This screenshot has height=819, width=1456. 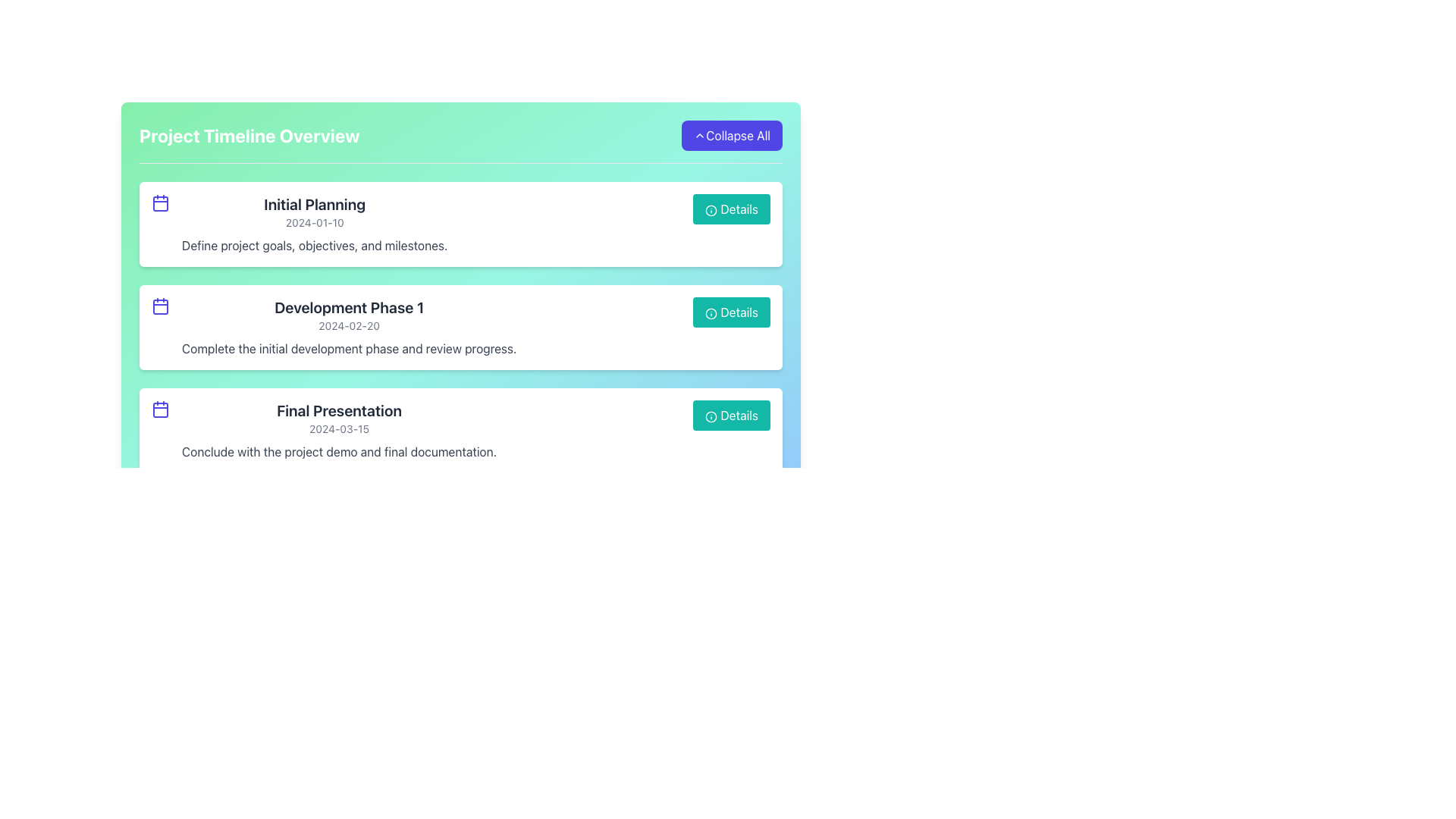 I want to click on the text block containing the title 'Final Presentation', the date '2024-03-15', and the description 'Conclude with the project demo and final documentation.' for accessibility, so click(x=338, y=430).